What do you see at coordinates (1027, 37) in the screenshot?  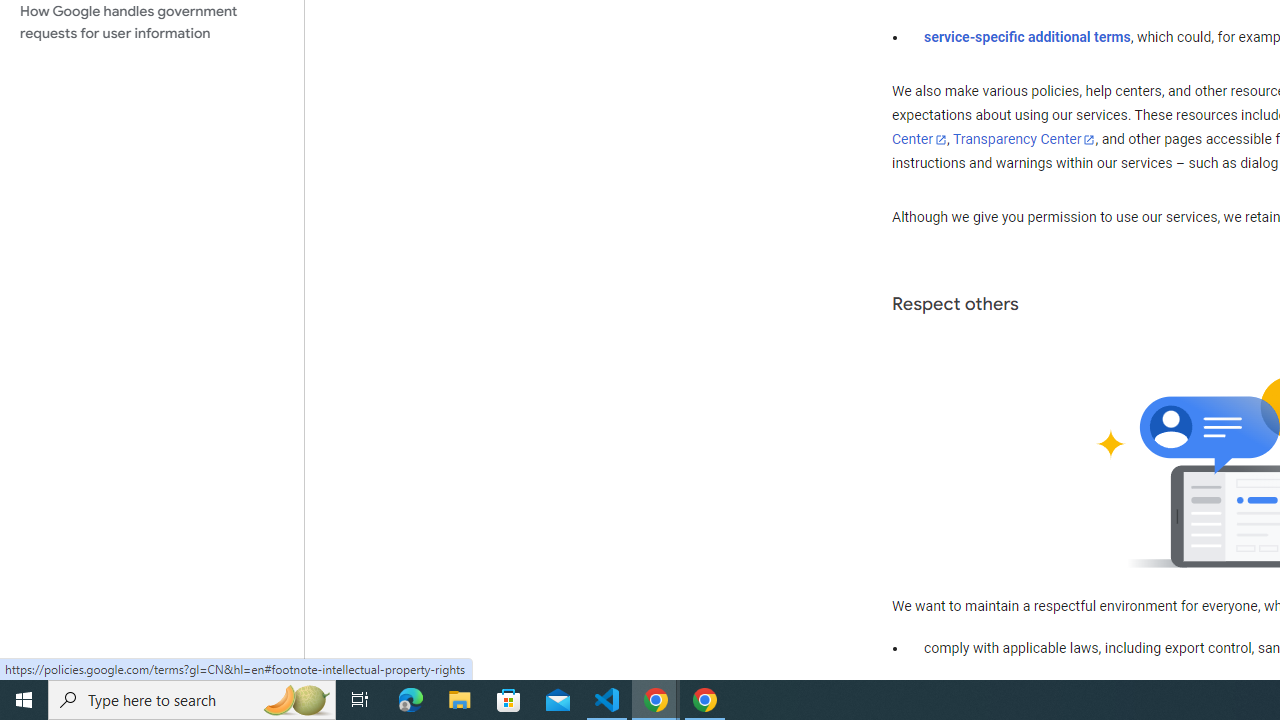 I see `'service-specific additional terms'` at bounding box center [1027, 37].